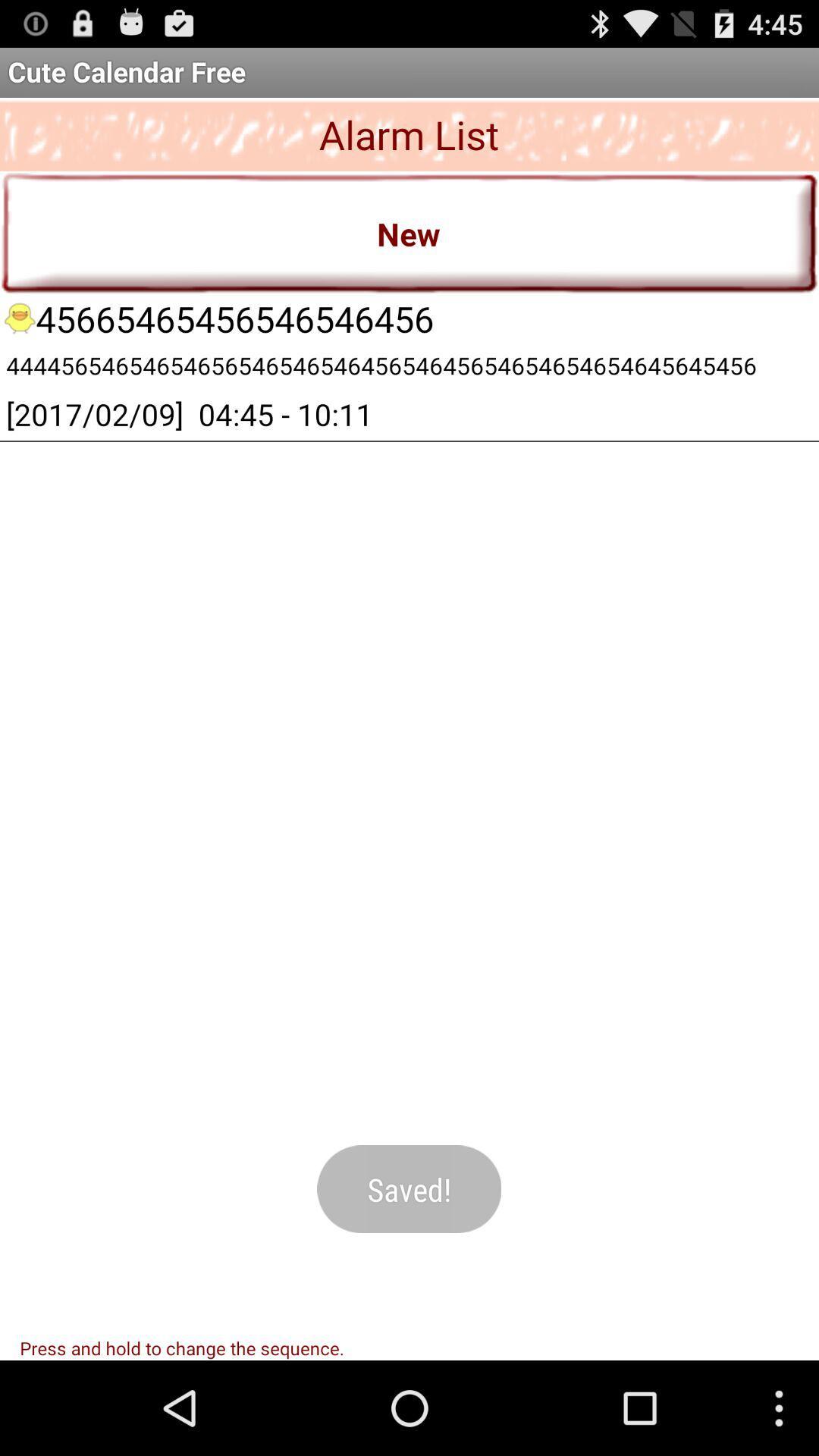 The image size is (819, 1456). What do you see at coordinates (409, 232) in the screenshot?
I see `the icon above the 45665465456546546456 icon` at bounding box center [409, 232].